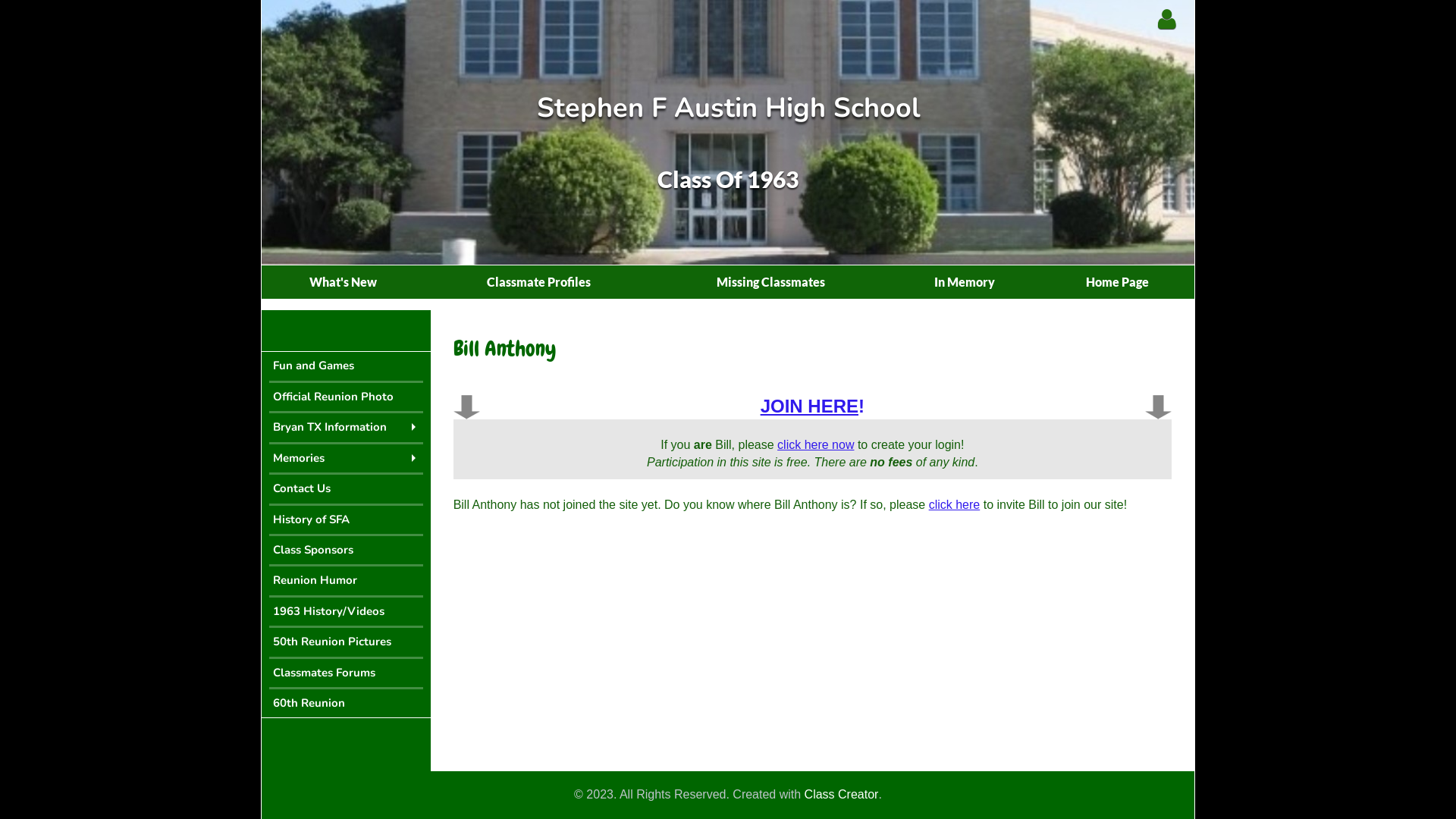 Image resolution: width=1456 pixels, height=819 pixels. Describe the element at coordinates (761, 405) in the screenshot. I see `'JOIN HERE!'` at that location.